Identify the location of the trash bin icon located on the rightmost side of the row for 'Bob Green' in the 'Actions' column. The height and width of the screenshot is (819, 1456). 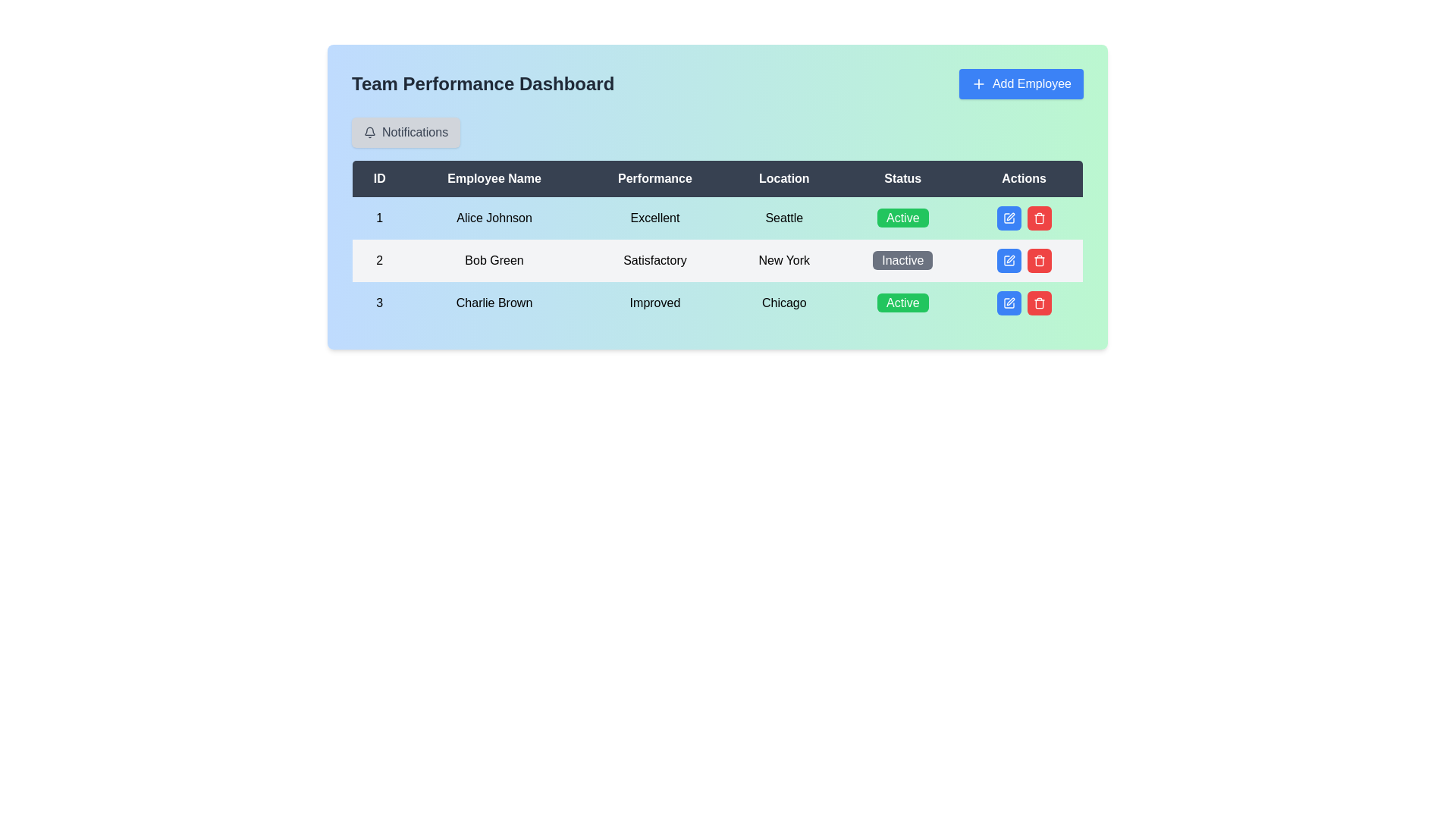
(1038, 303).